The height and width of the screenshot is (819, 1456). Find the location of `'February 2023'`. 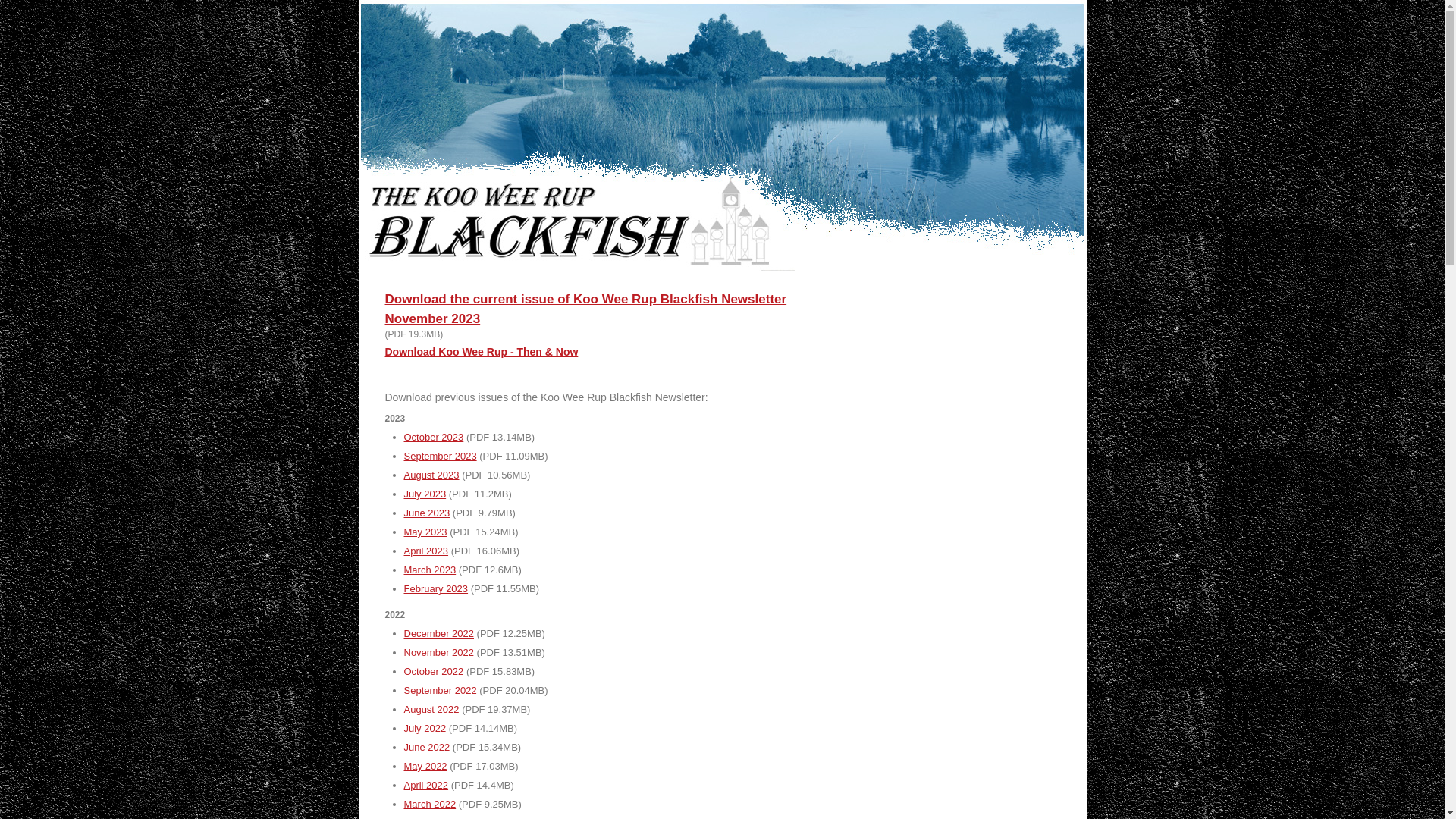

'February 2023' is located at coordinates (435, 588).